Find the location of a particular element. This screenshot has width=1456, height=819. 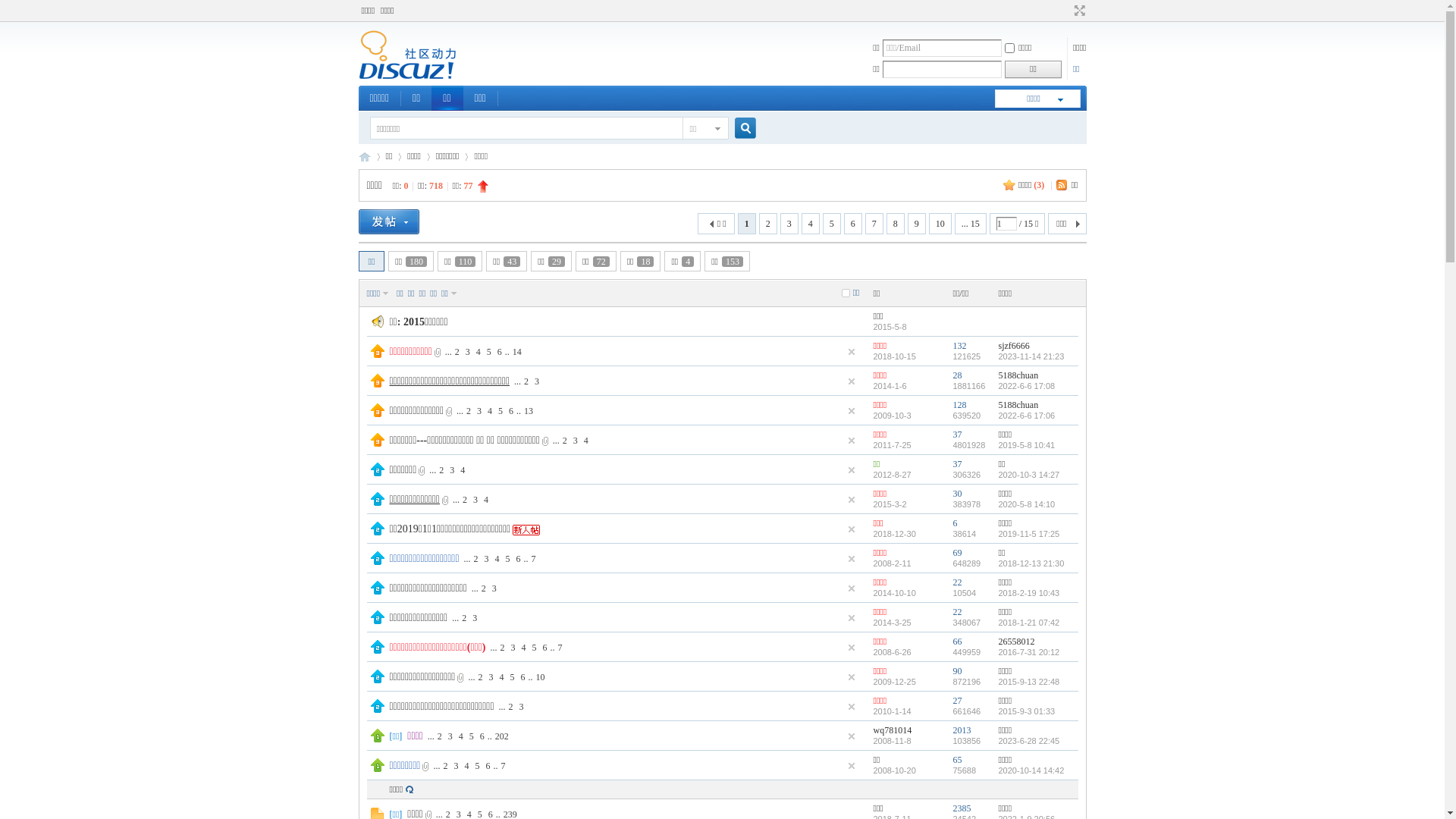

'2023-11-14 21:23' is located at coordinates (997, 356).